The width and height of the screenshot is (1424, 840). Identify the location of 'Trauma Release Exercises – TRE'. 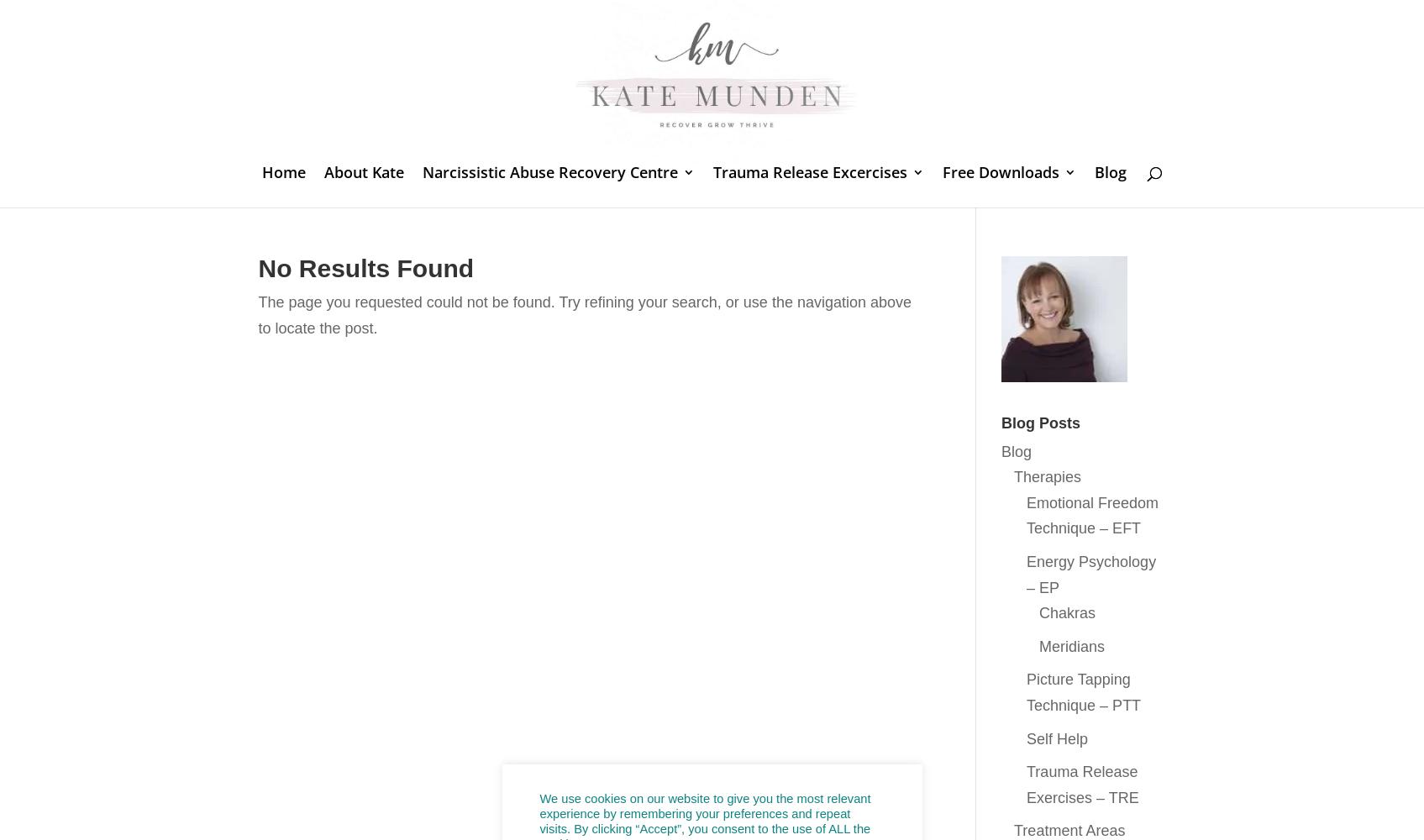
(1081, 785).